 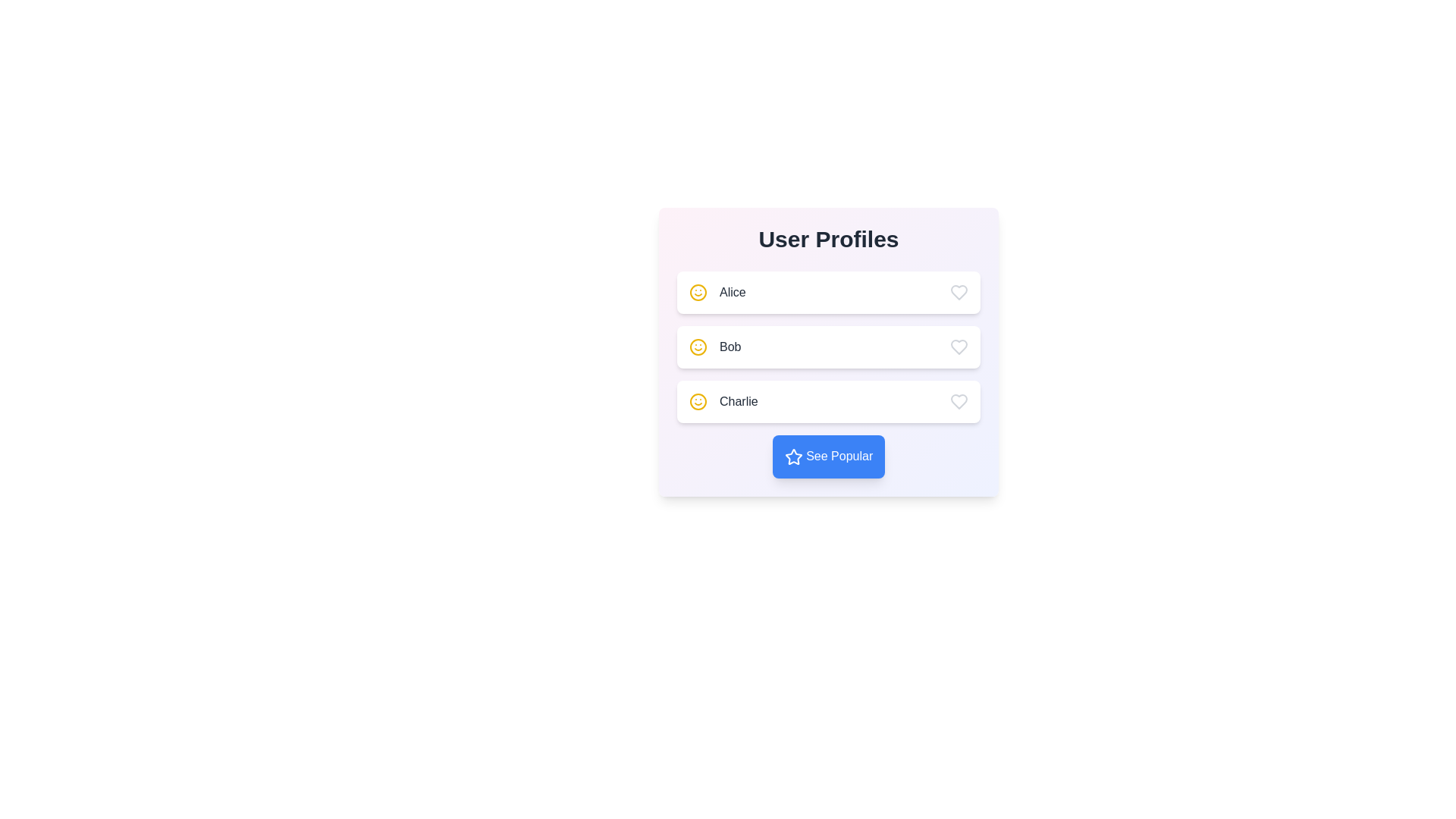 What do you see at coordinates (828, 455) in the screenshot?
I see `the blue button labeled 'See Popular' with a star icon, located at the bottom of the user profiles card below the 'Charlie' profile` at bounding box center [828, 455].